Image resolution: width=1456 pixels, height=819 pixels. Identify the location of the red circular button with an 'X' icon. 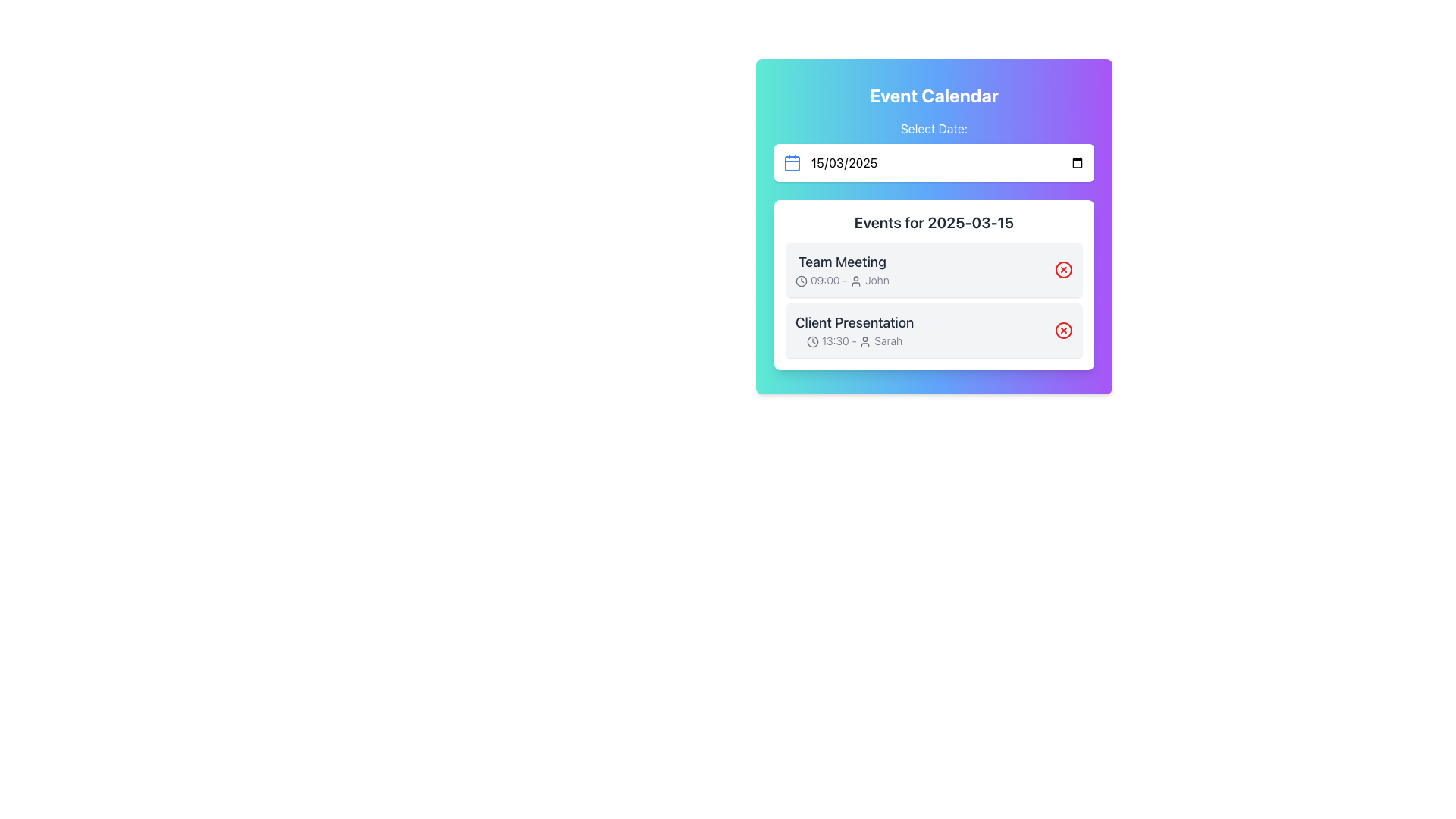
(1062, 329).